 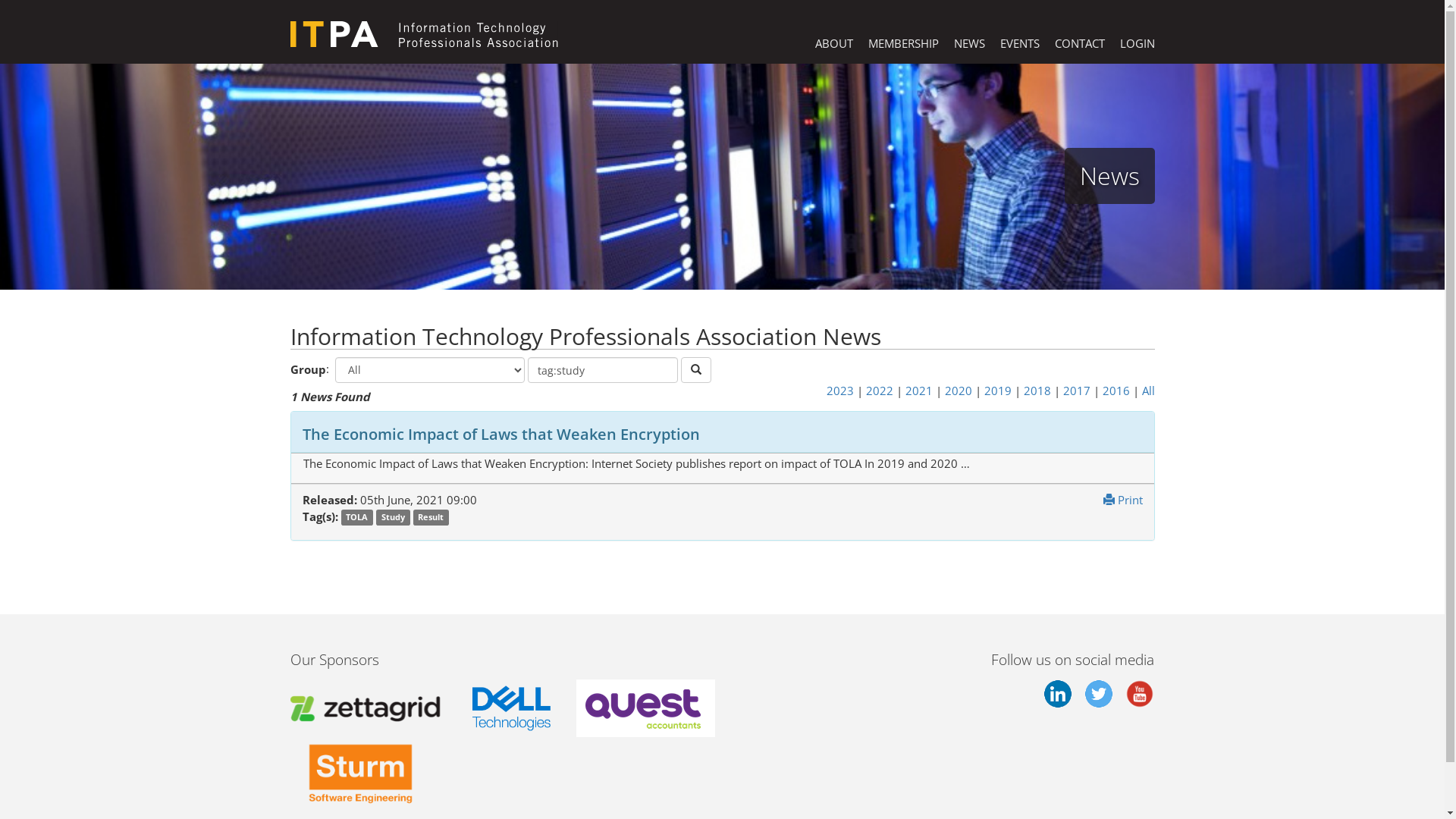 What do you see at coordinates (429, 516) in the screenshot?
I see `'Result'` at bounding box center [429, 516].